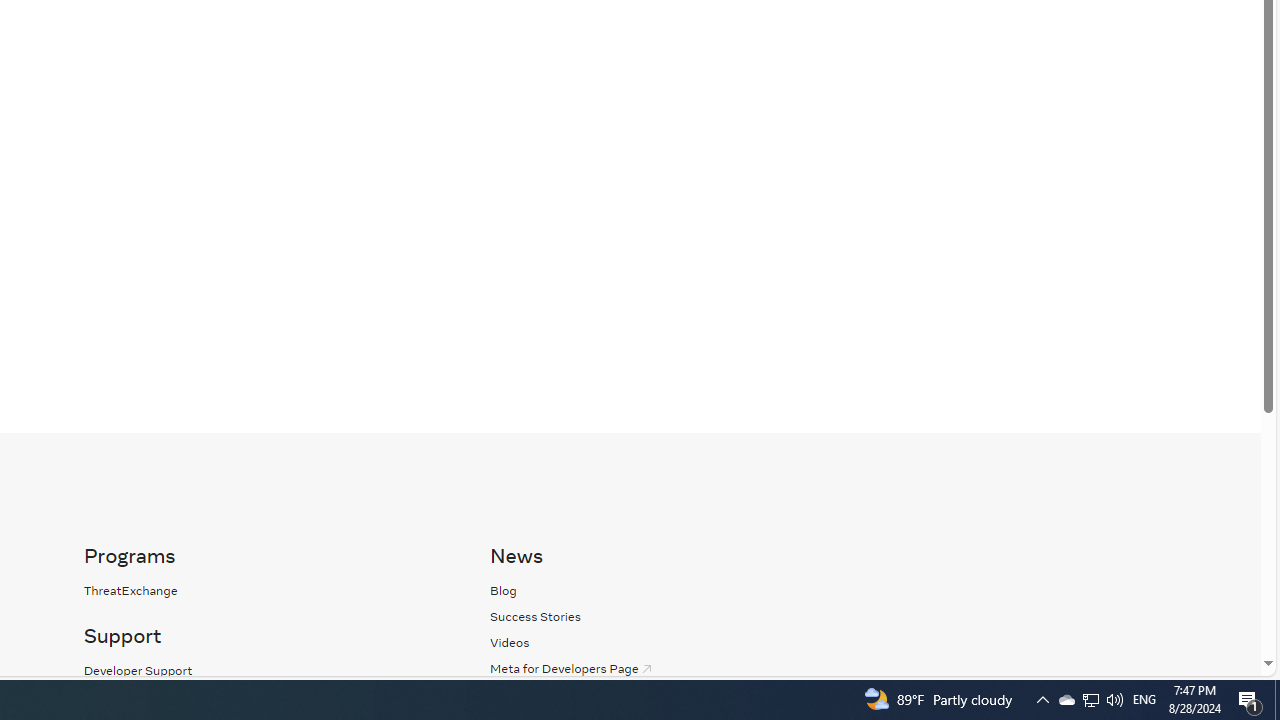 The height and width of the screenshot is (720, 1280). Describe the element at coordinates (571, 668) in the screenshot. I see `'Meta for Developers Page'` at that location.